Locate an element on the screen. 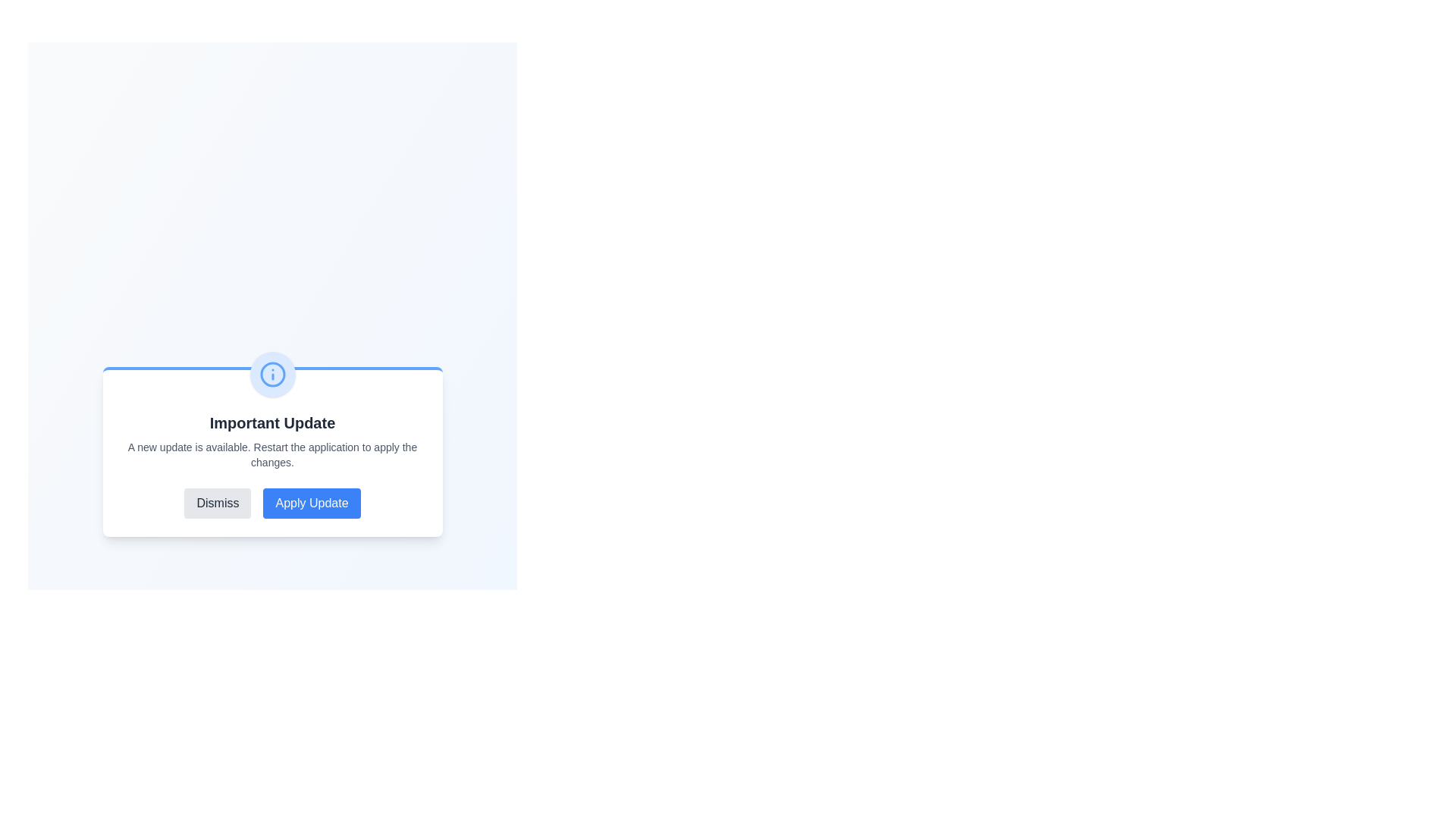 This screenshot has height=819, width=1456. the 'Dismiss' button to dismiss the alert is located at coordinates (217, 503).